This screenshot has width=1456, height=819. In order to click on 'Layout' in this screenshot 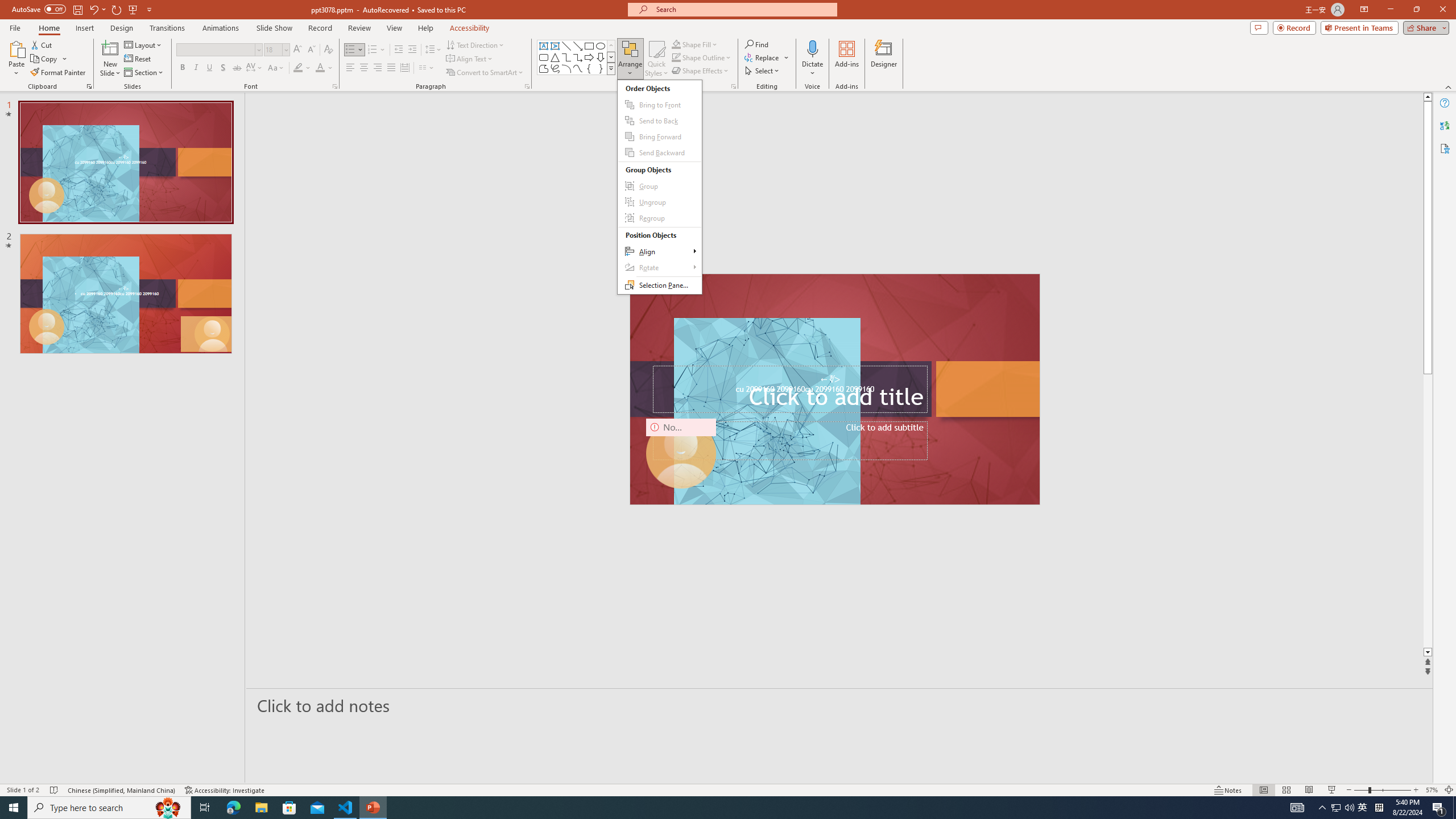, I will do `click(143, 44)`.